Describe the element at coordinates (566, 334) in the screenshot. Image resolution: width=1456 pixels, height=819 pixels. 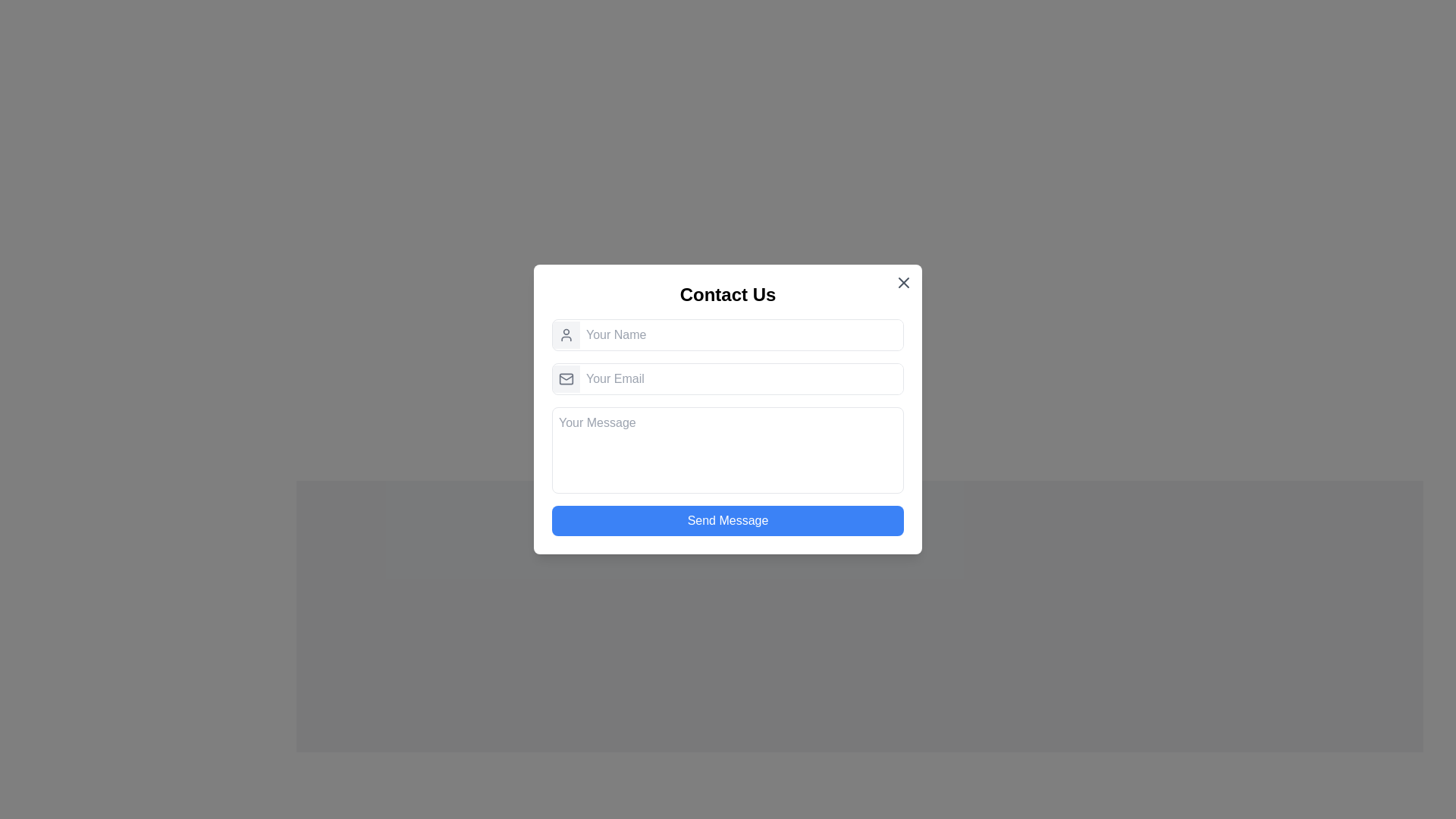
I see `the circular user silhouette icon with a gray background in the 'Contact Us' form, located to the left of the 'Your Name' input field` at that location.